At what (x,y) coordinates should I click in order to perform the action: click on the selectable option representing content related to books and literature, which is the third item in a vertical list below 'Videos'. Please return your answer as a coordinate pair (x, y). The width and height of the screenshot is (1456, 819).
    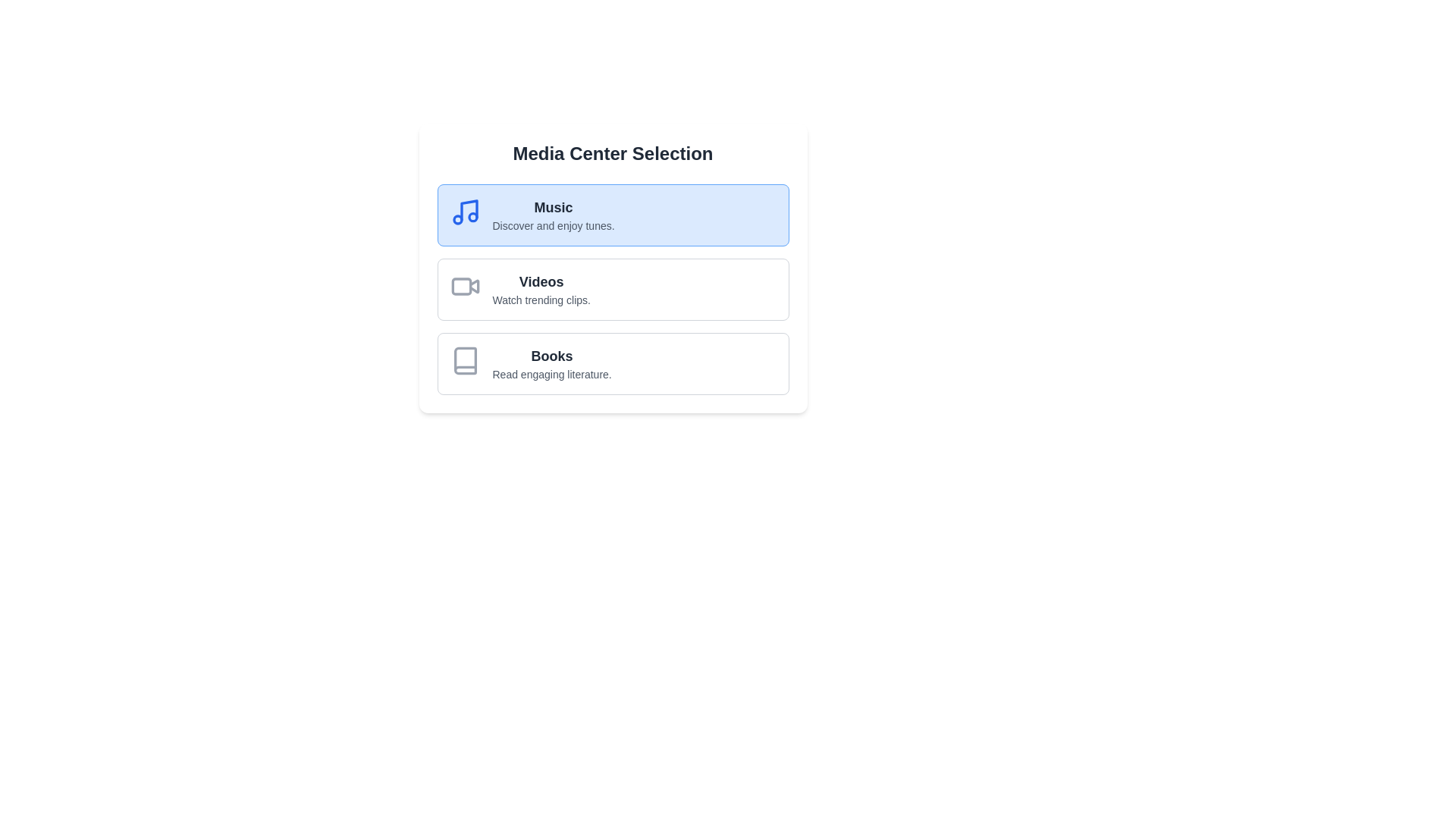
    Looking at the image, I should click on (551, 363).